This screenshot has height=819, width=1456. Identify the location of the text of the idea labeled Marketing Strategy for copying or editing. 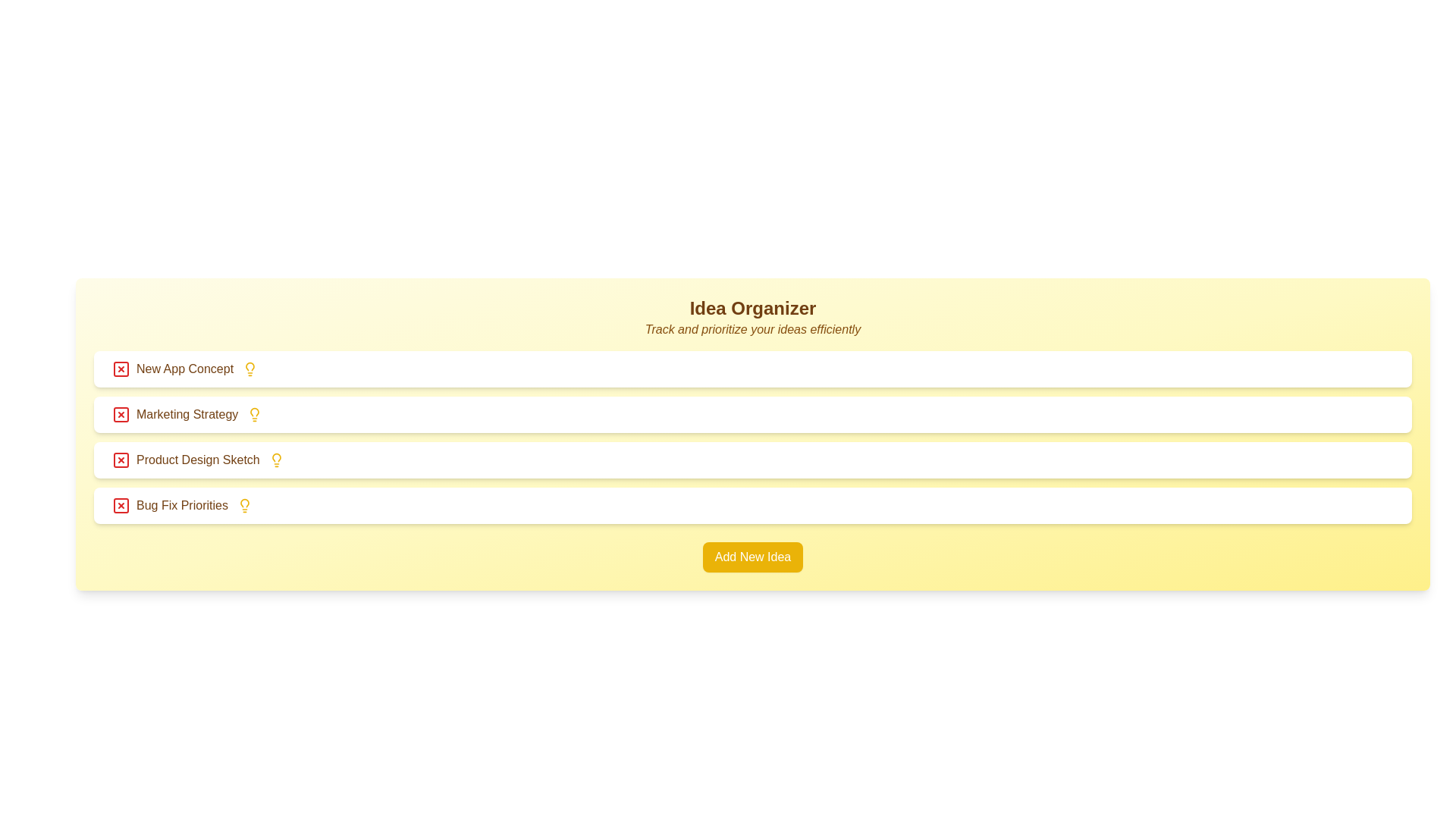
(174, 415).